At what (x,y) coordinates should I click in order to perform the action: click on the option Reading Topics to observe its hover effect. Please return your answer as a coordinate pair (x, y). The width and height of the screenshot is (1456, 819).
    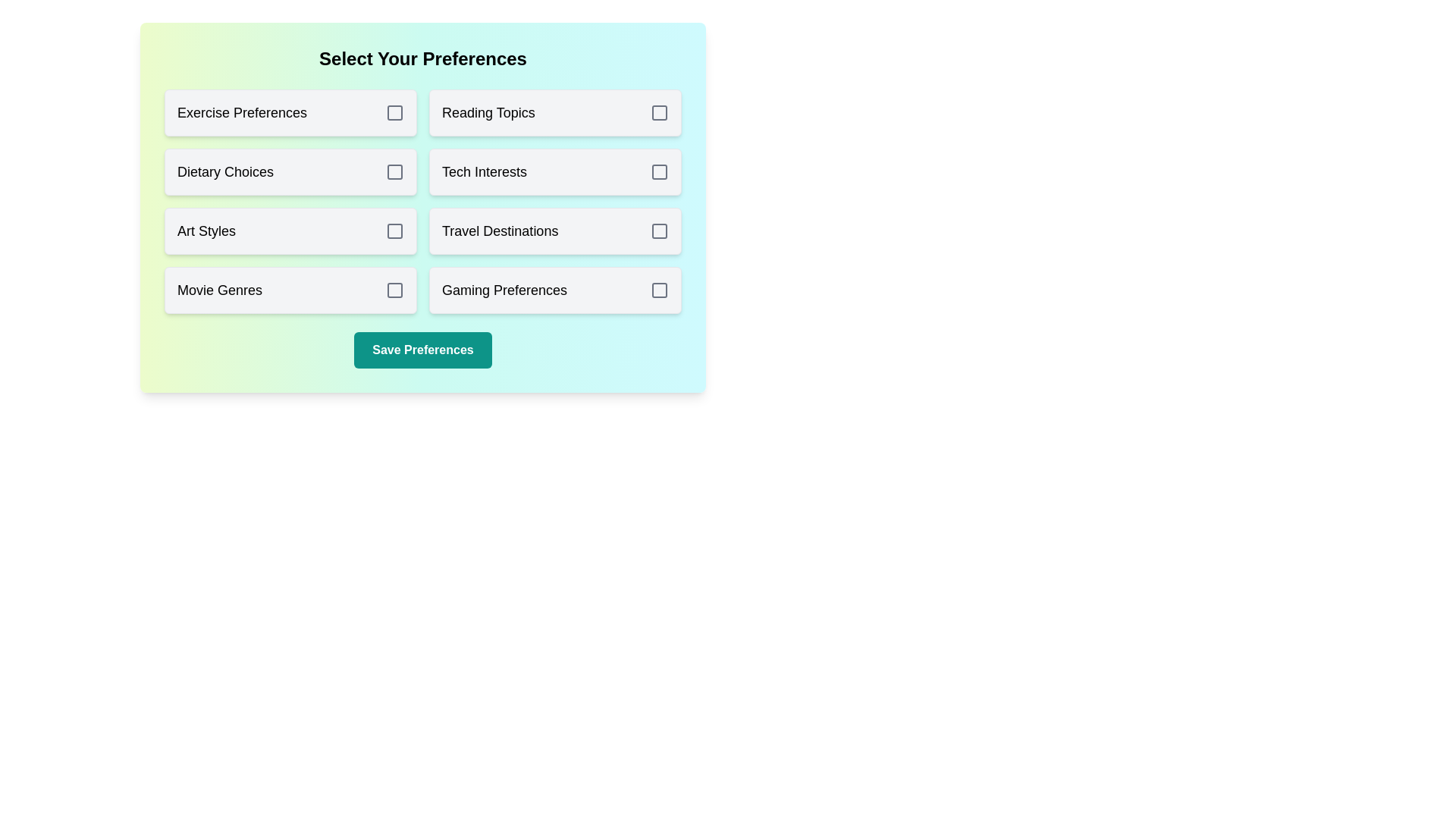
    Looking at the image, I should click on (554, 112).